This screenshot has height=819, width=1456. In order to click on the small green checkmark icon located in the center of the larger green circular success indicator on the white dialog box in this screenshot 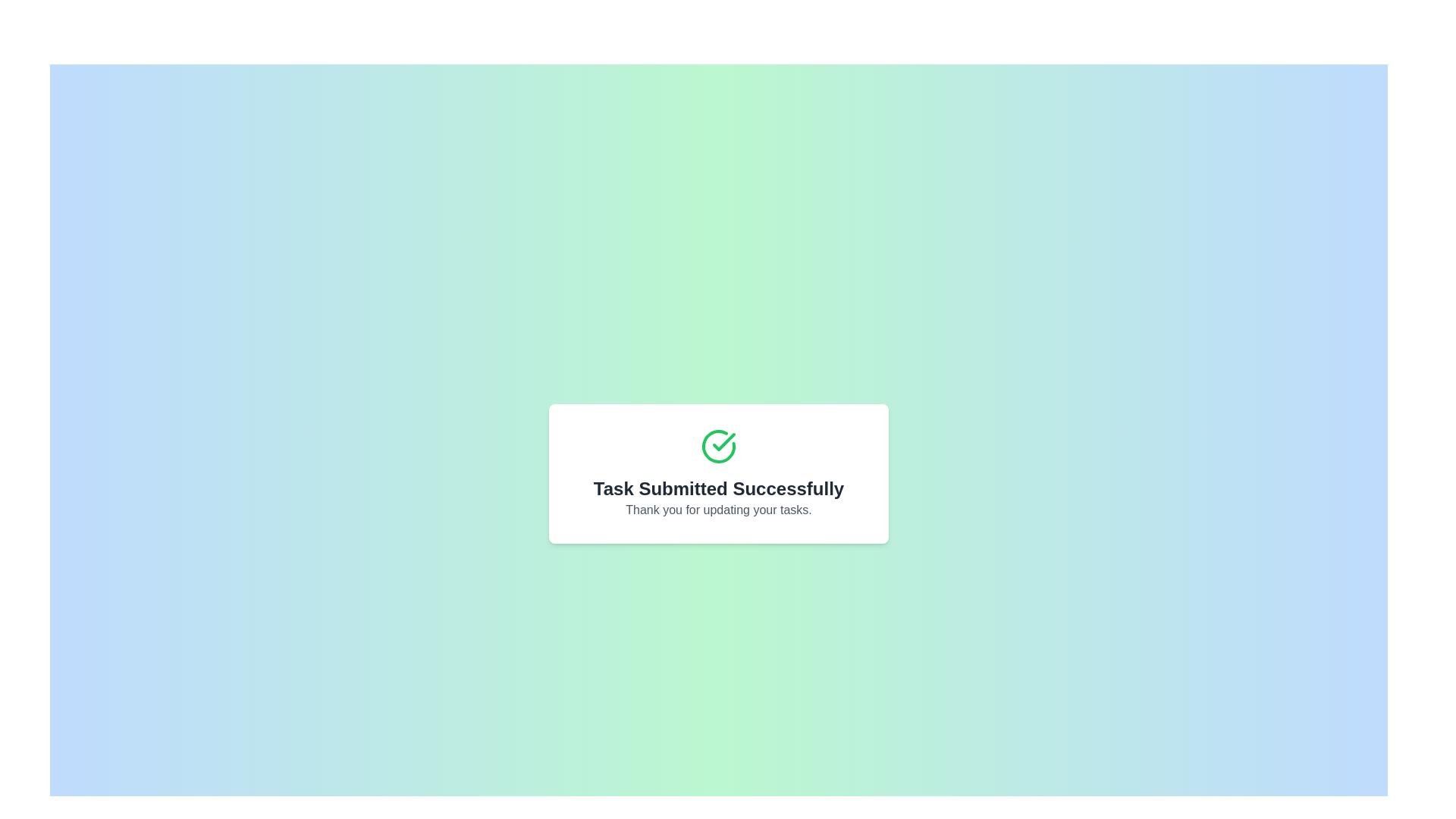, I will do `click(723, 441)`.